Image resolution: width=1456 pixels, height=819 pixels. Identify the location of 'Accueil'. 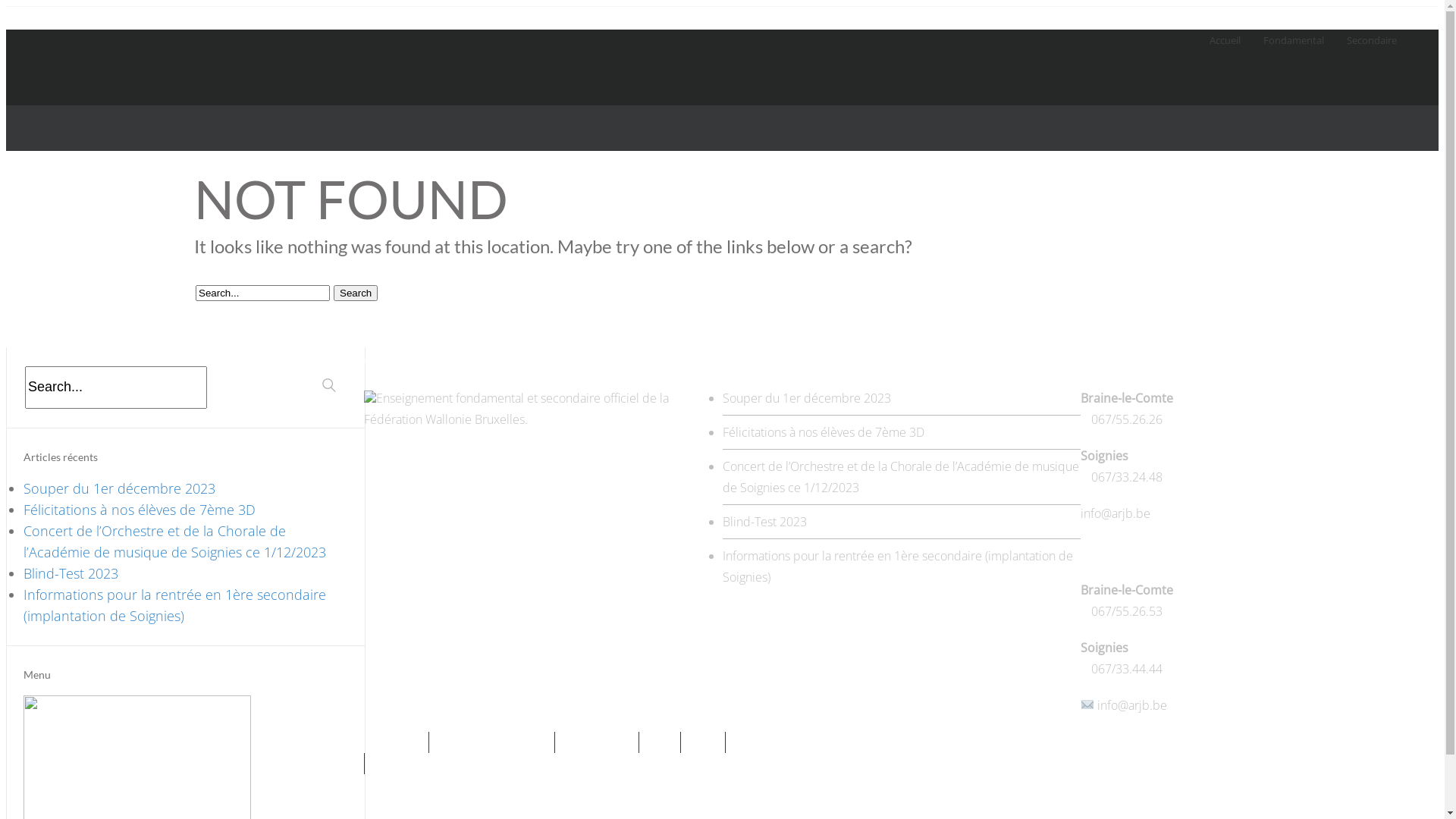
(1208, 29).